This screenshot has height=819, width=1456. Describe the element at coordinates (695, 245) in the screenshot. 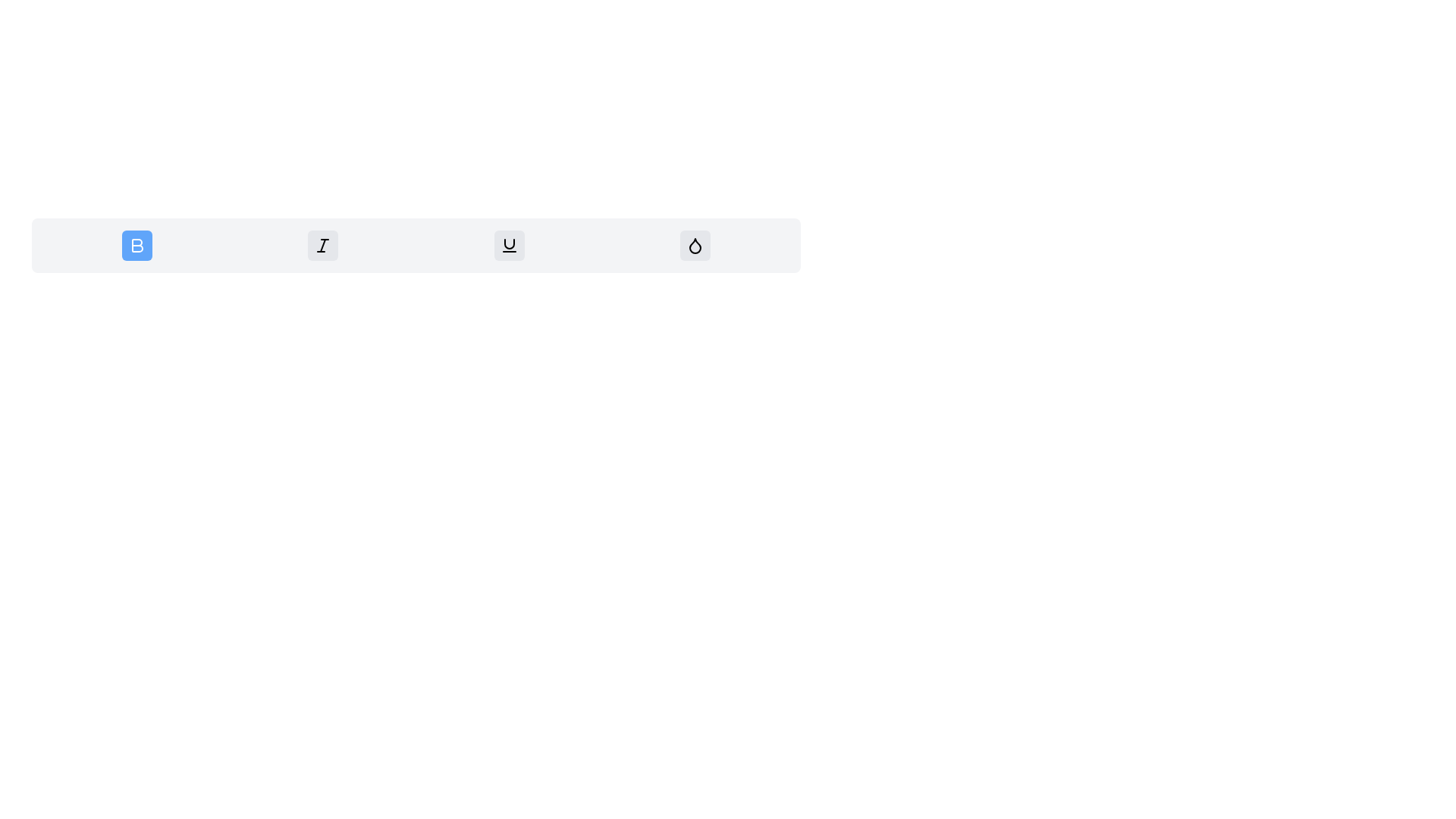

I see `the fourth button in the toolbar, which has a light gray background and a black droplet icon` at that location.